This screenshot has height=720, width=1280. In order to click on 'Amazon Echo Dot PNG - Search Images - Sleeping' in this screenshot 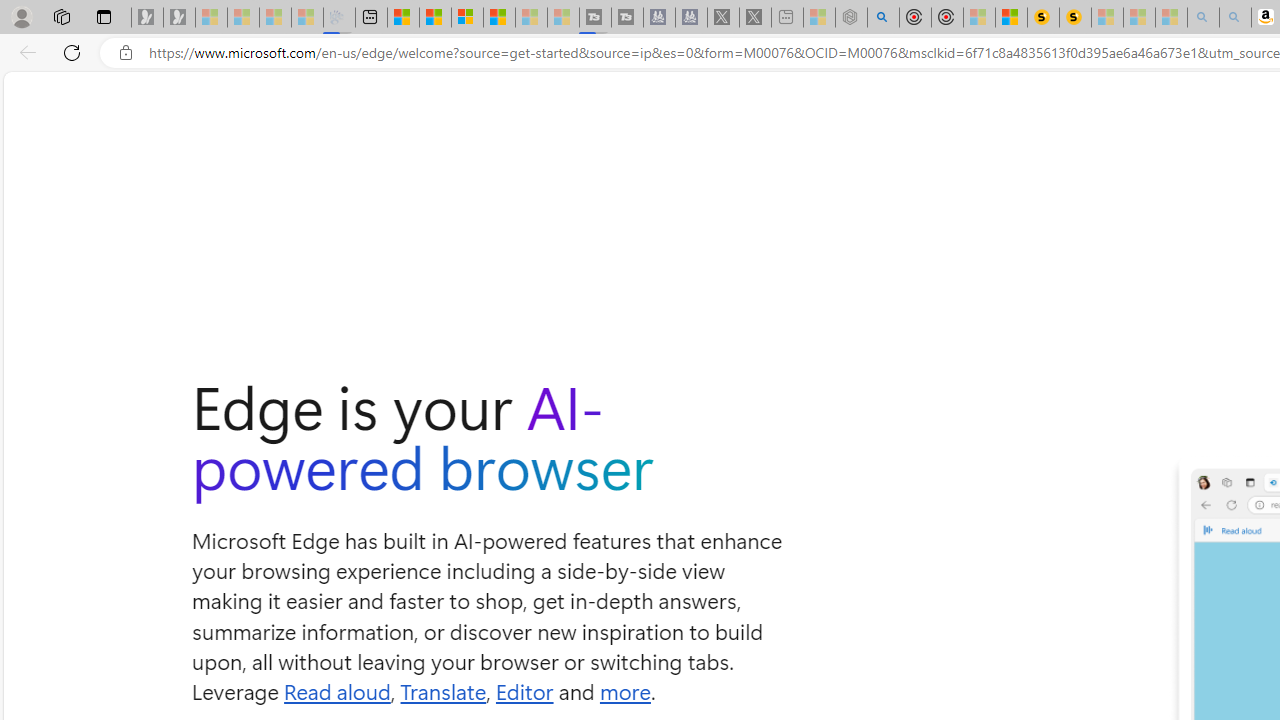, I will do `click(1234, 17)`.